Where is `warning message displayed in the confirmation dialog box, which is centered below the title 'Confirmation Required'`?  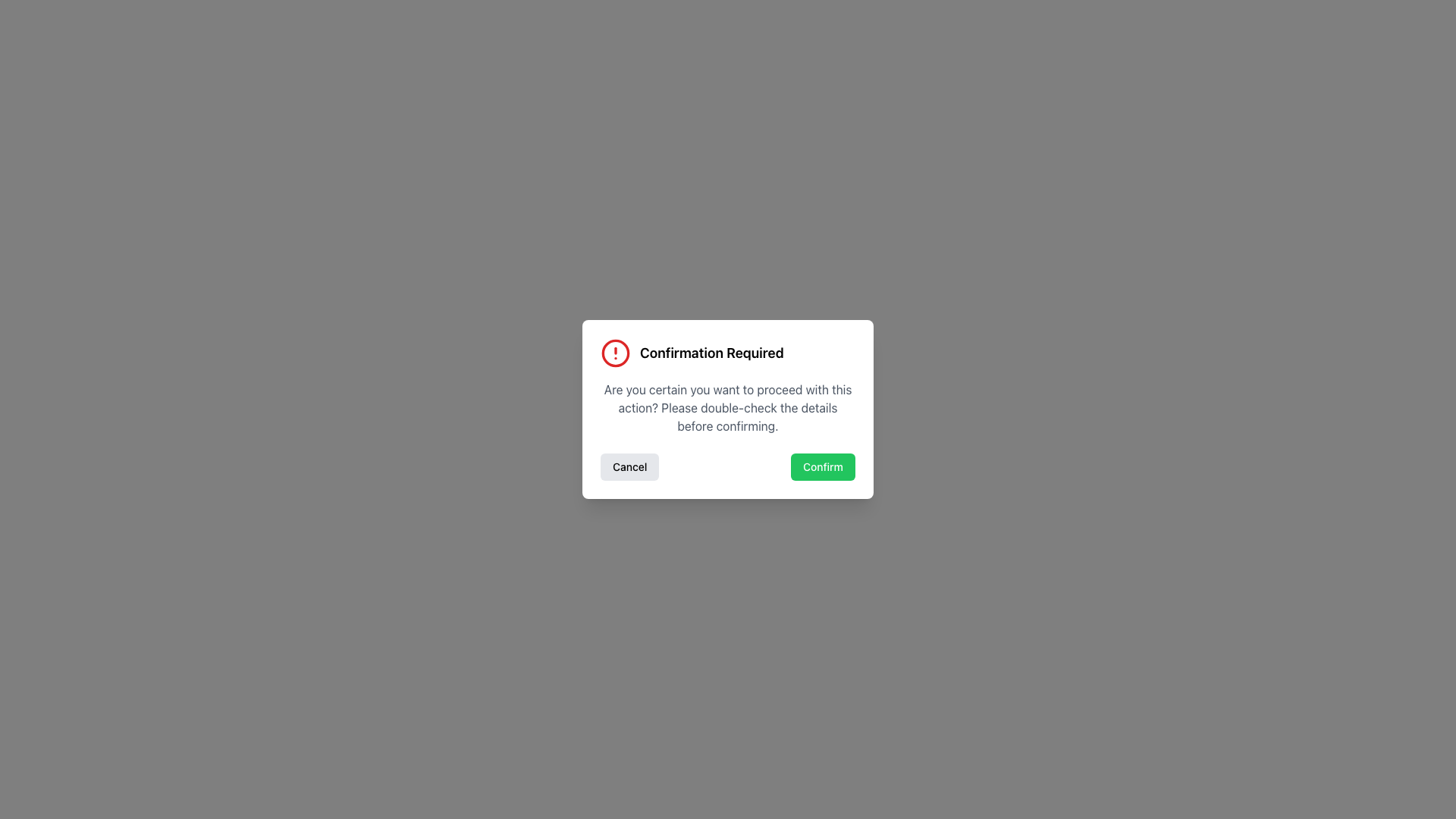
warning message displayed in the confirmation dialog box, which is centered below the title 'Confirmation Required' is located at coordinates (728, 406).